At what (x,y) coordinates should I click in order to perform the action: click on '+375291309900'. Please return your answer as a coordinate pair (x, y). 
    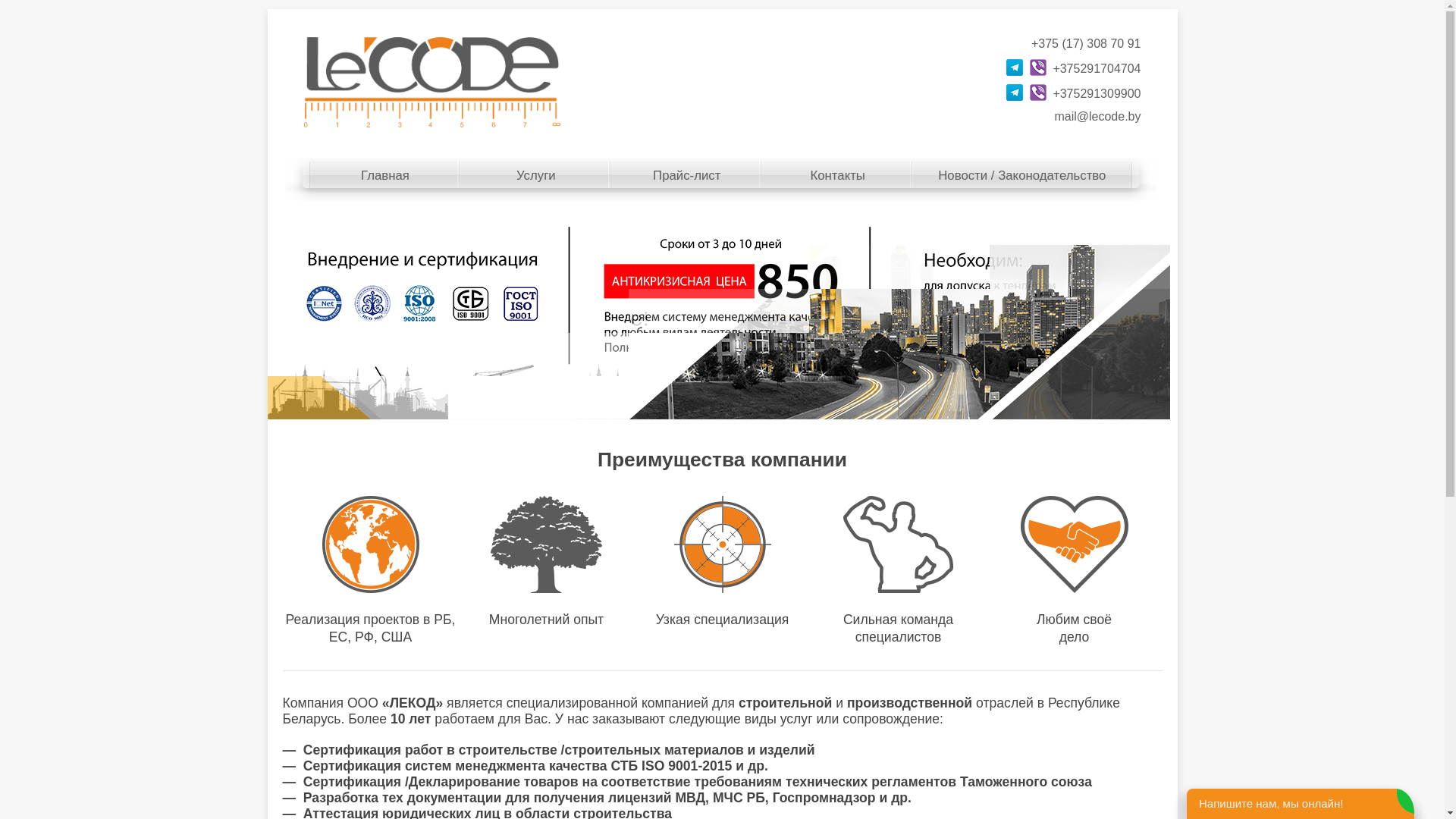
    Looking at the image, I should click on (1051, 93).